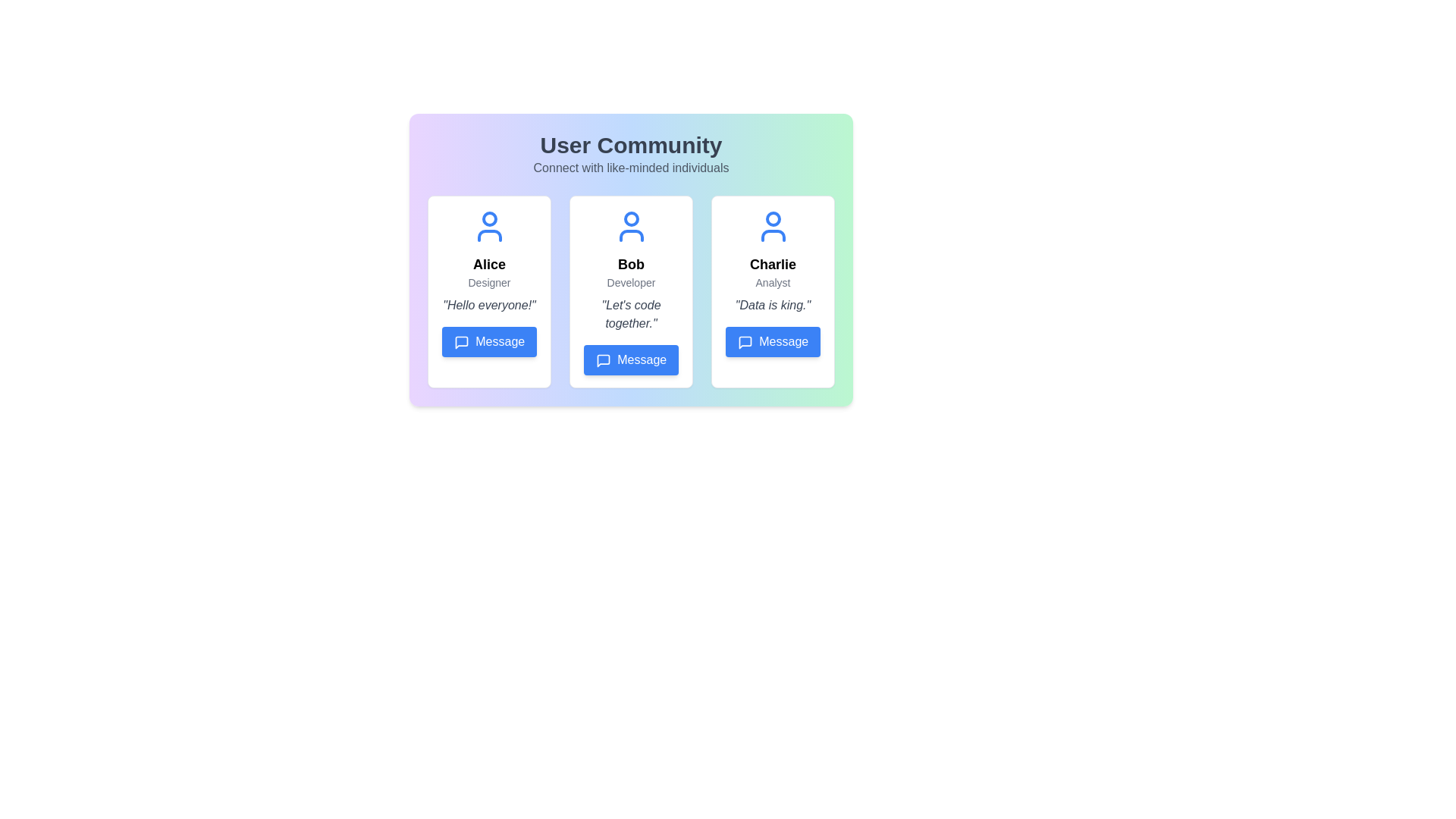  Describe the element at coordinates (489, 263) in the screenshot. I see `the user name text displayed in the first user card, located below the user icon and above the role text 'Designer'` at that location.